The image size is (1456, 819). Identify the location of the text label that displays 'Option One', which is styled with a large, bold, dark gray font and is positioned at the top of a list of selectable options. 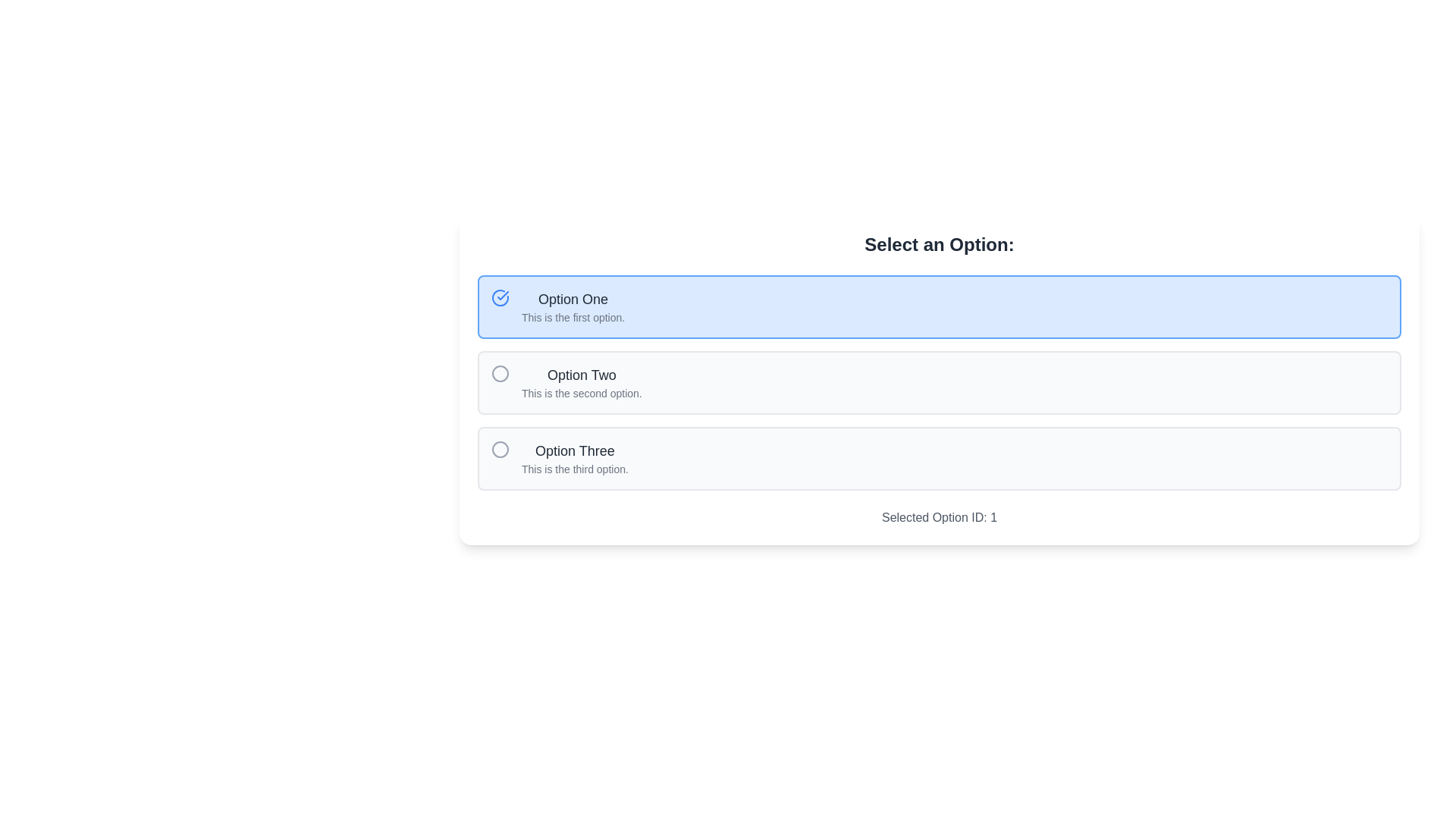
(573, 299).